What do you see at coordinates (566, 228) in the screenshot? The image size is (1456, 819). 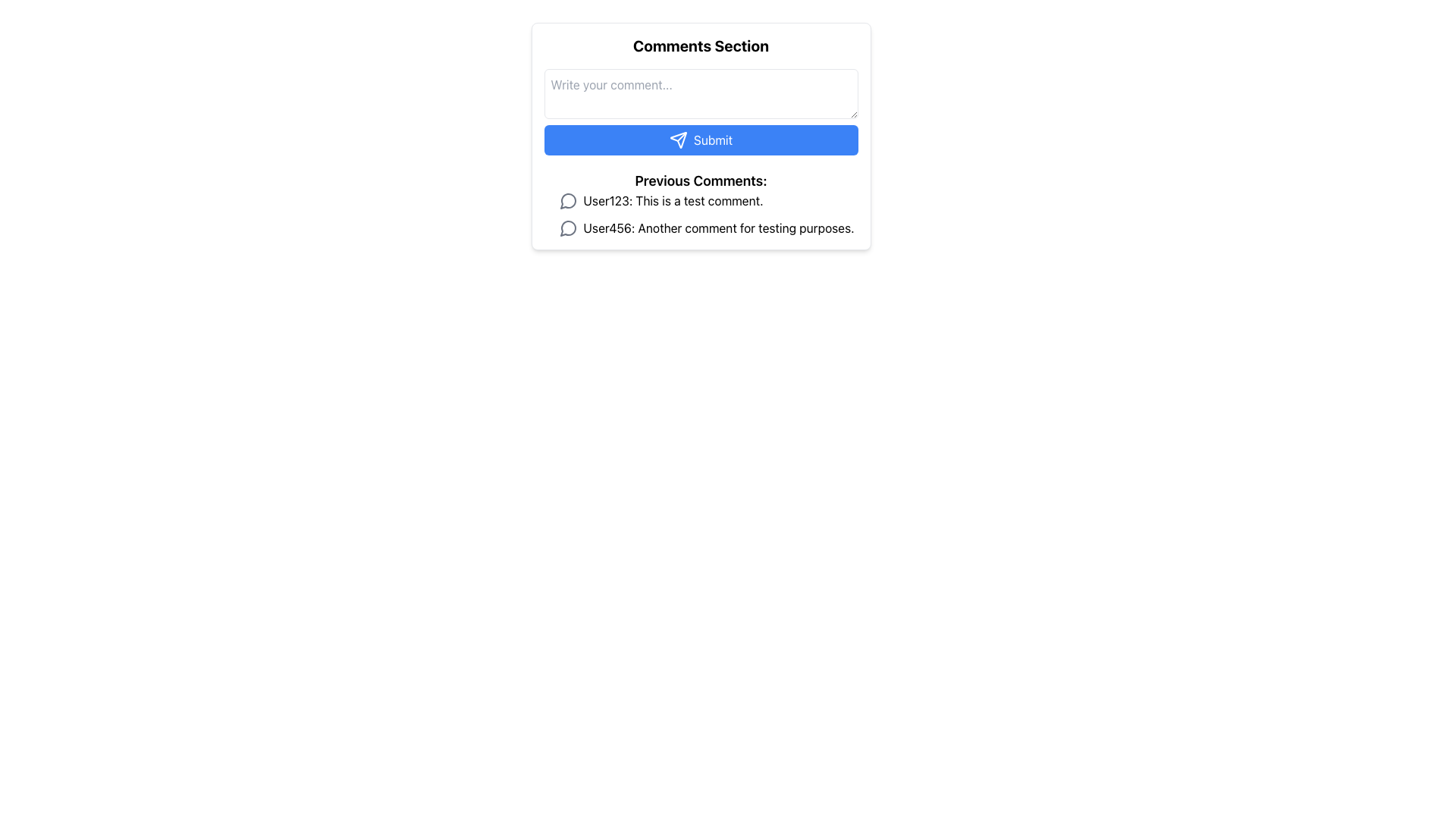 I see `the speech bubble icon associated with the second comment 'User456: Another comment for testing purposes' in the comments section` at bounding box center [566, 228].